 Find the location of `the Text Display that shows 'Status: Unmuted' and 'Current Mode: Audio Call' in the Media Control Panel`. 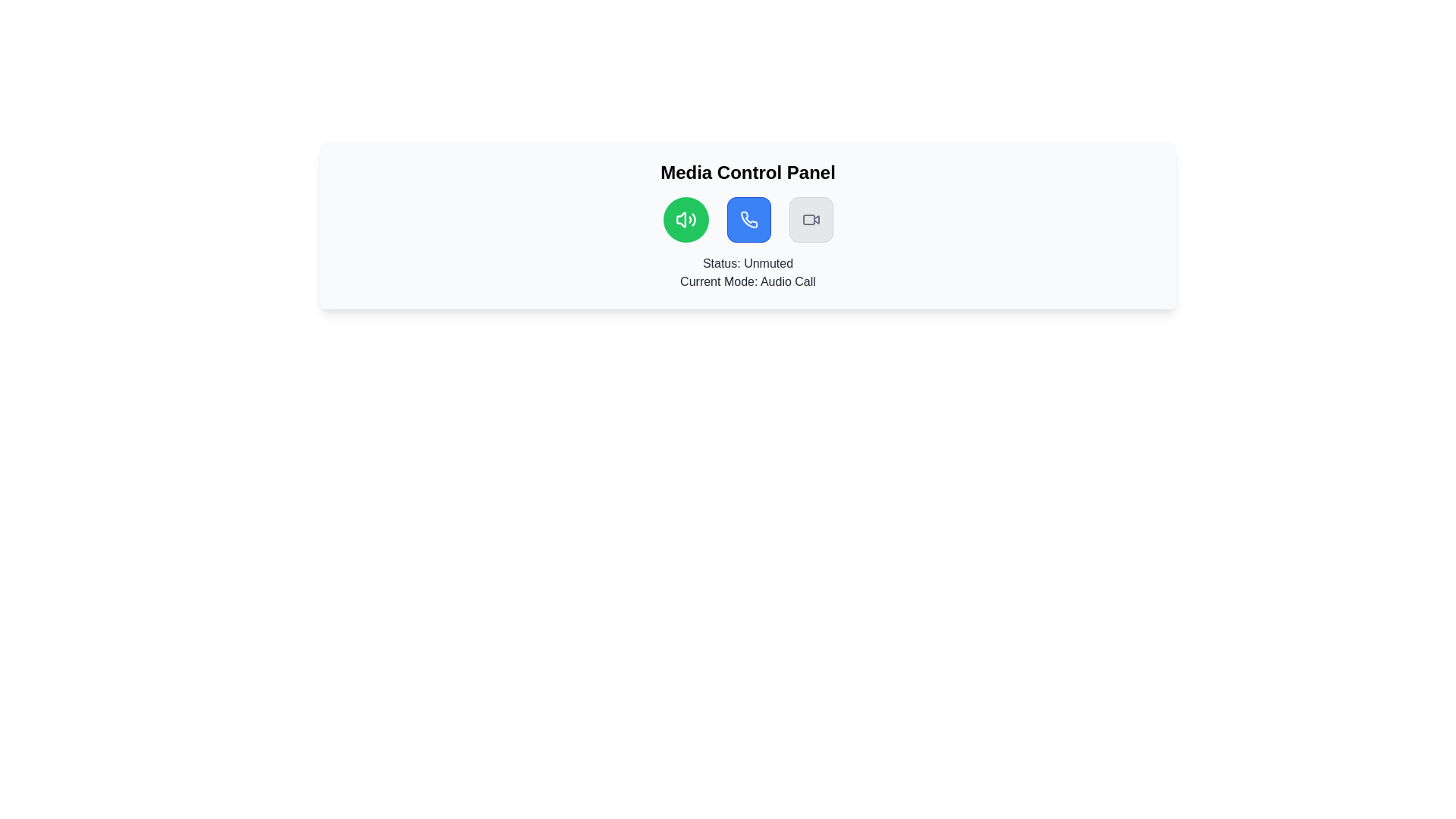

the Text Display that shows 'Status: Unmuted' and 'Current Mode: Audio Call' in the Media Control Panel is located at coordinates (748, 271).